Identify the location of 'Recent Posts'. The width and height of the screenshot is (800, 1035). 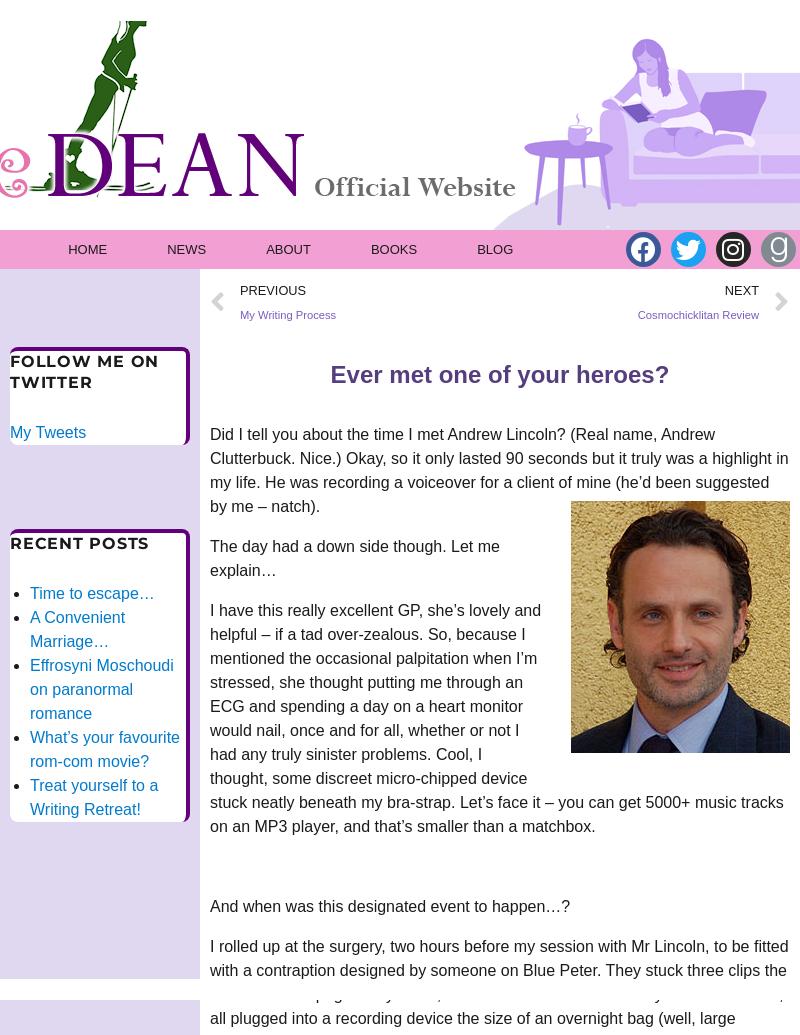
(79, 542).